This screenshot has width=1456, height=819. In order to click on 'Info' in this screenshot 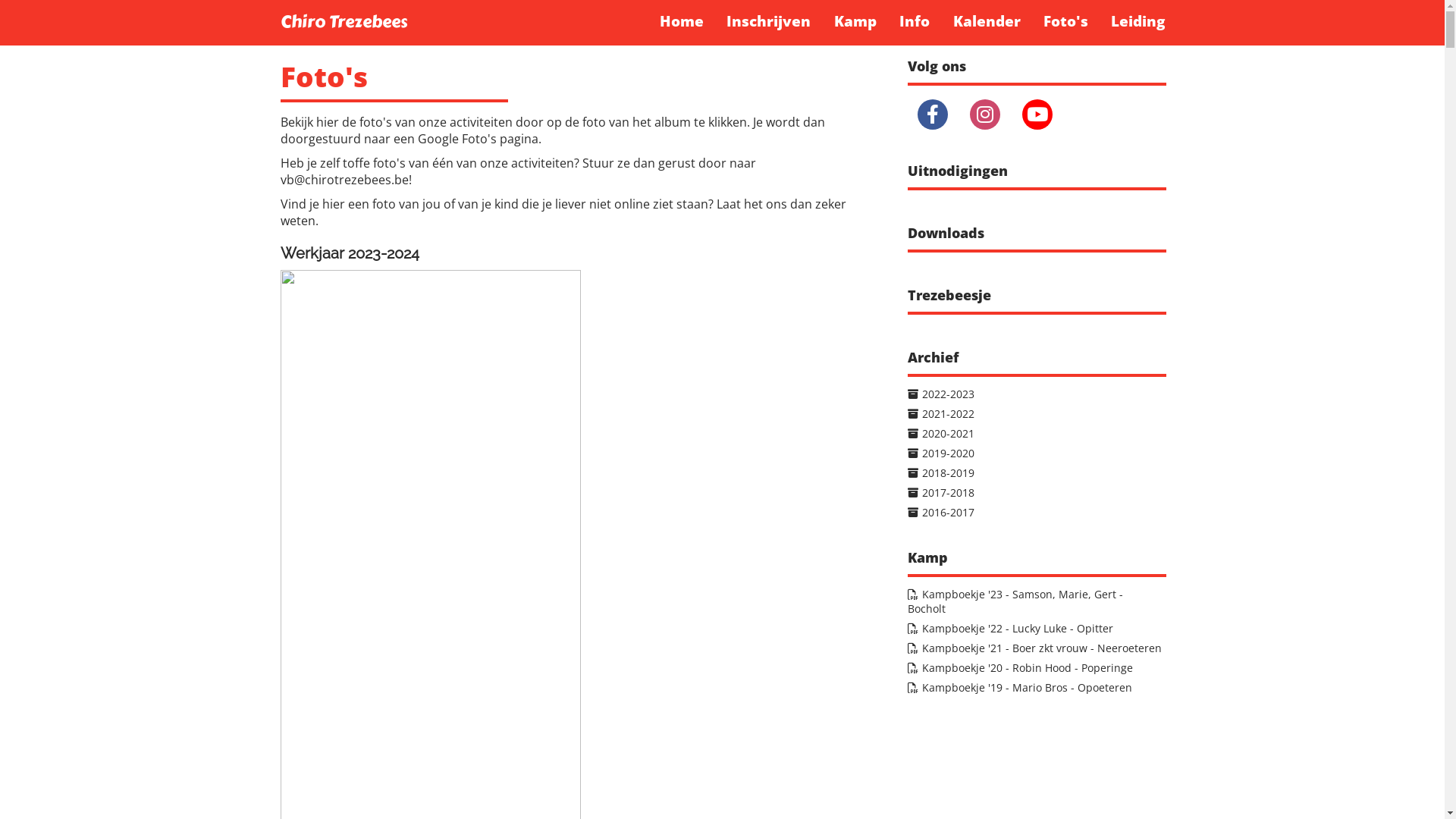, I will do `click(888, 20)`.